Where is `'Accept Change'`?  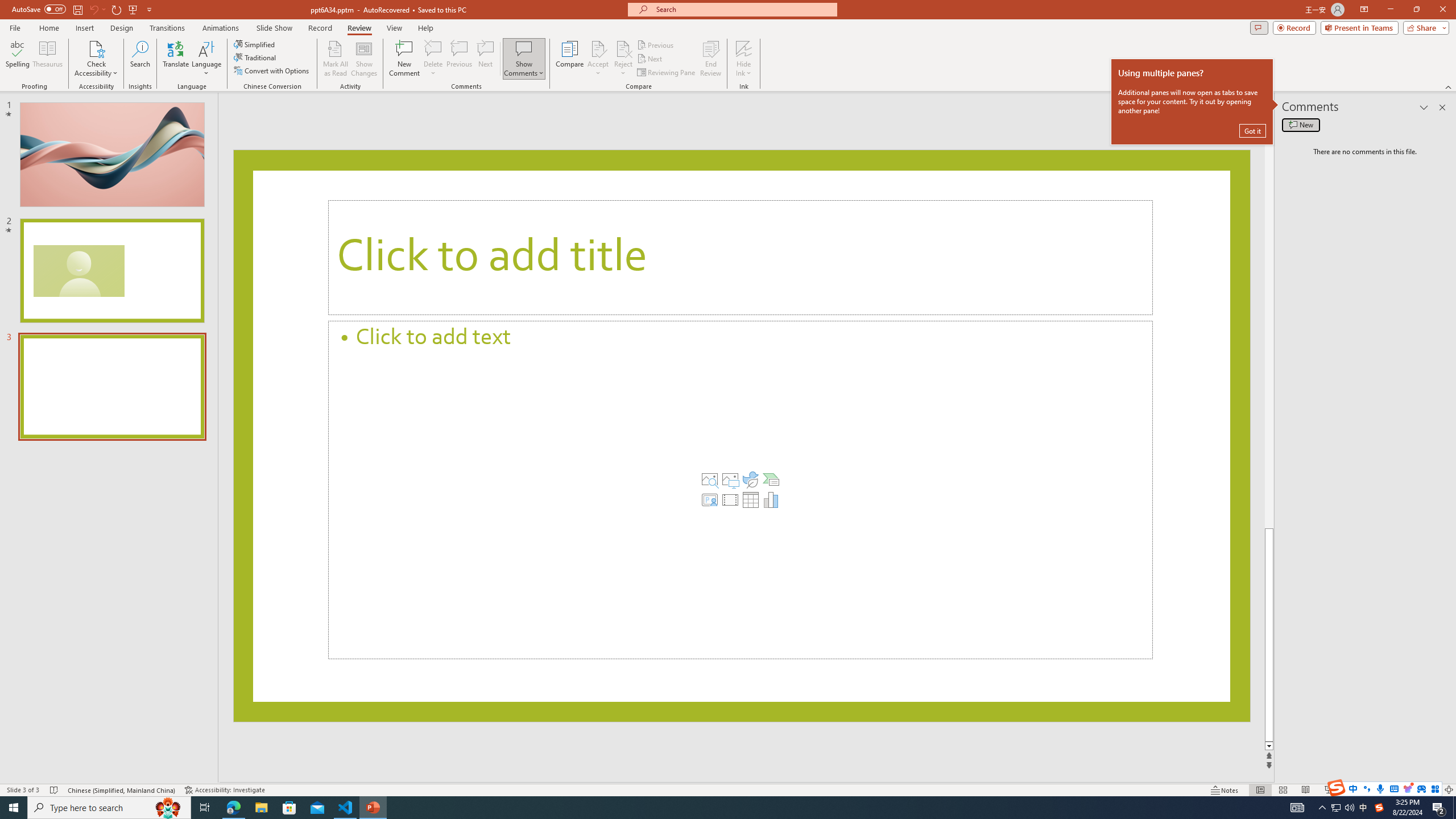
'Accept Change' is located at coordinates (598, 48).